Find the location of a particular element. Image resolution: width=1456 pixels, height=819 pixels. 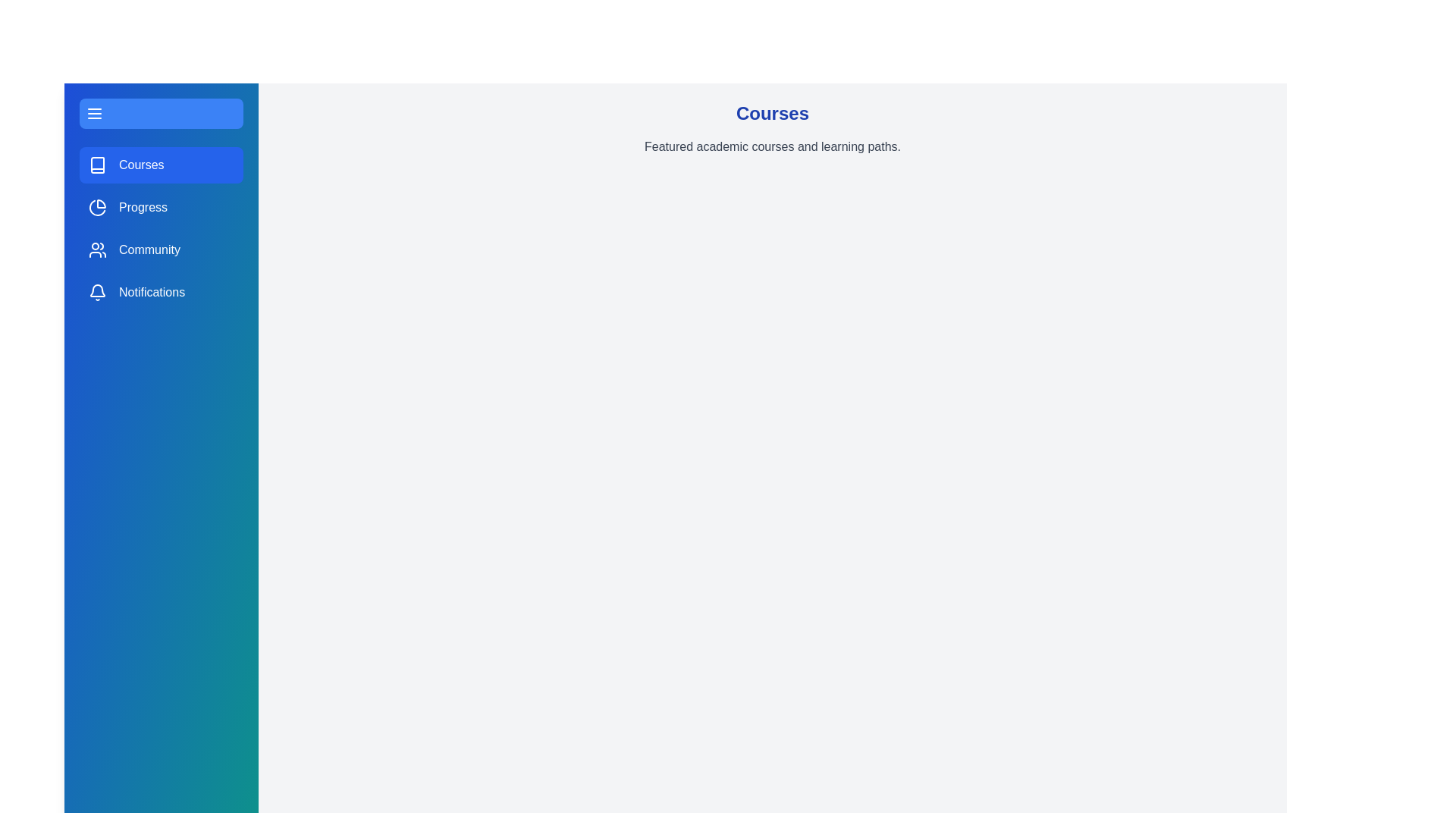

the sidebar section Community by clicking on its corresponding area is located at coordinates (161, 249).